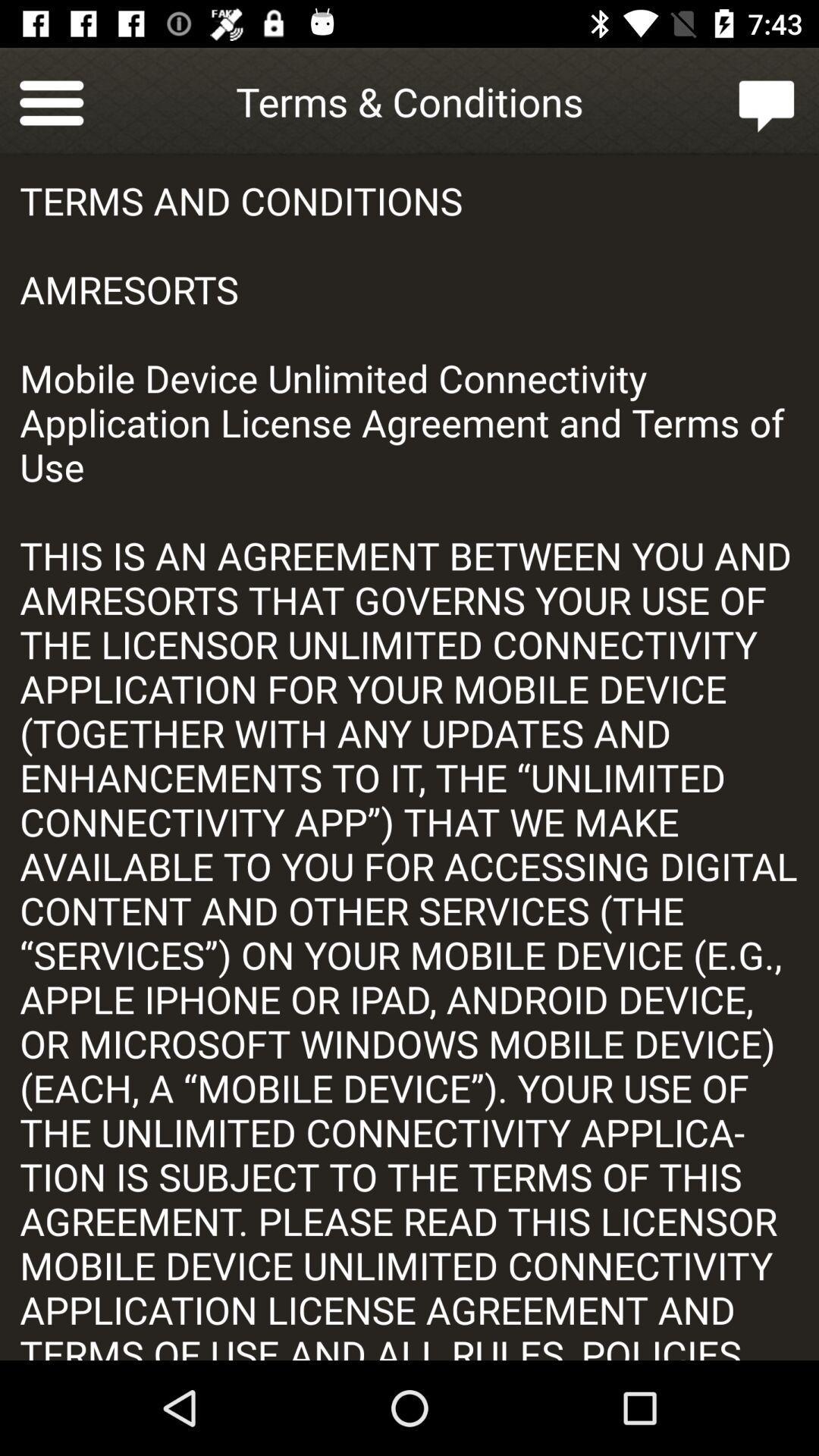  What do you see at coordinates (767, 100) in the screenshot?
I see `the chat icon` at bounding box center [767, 100].